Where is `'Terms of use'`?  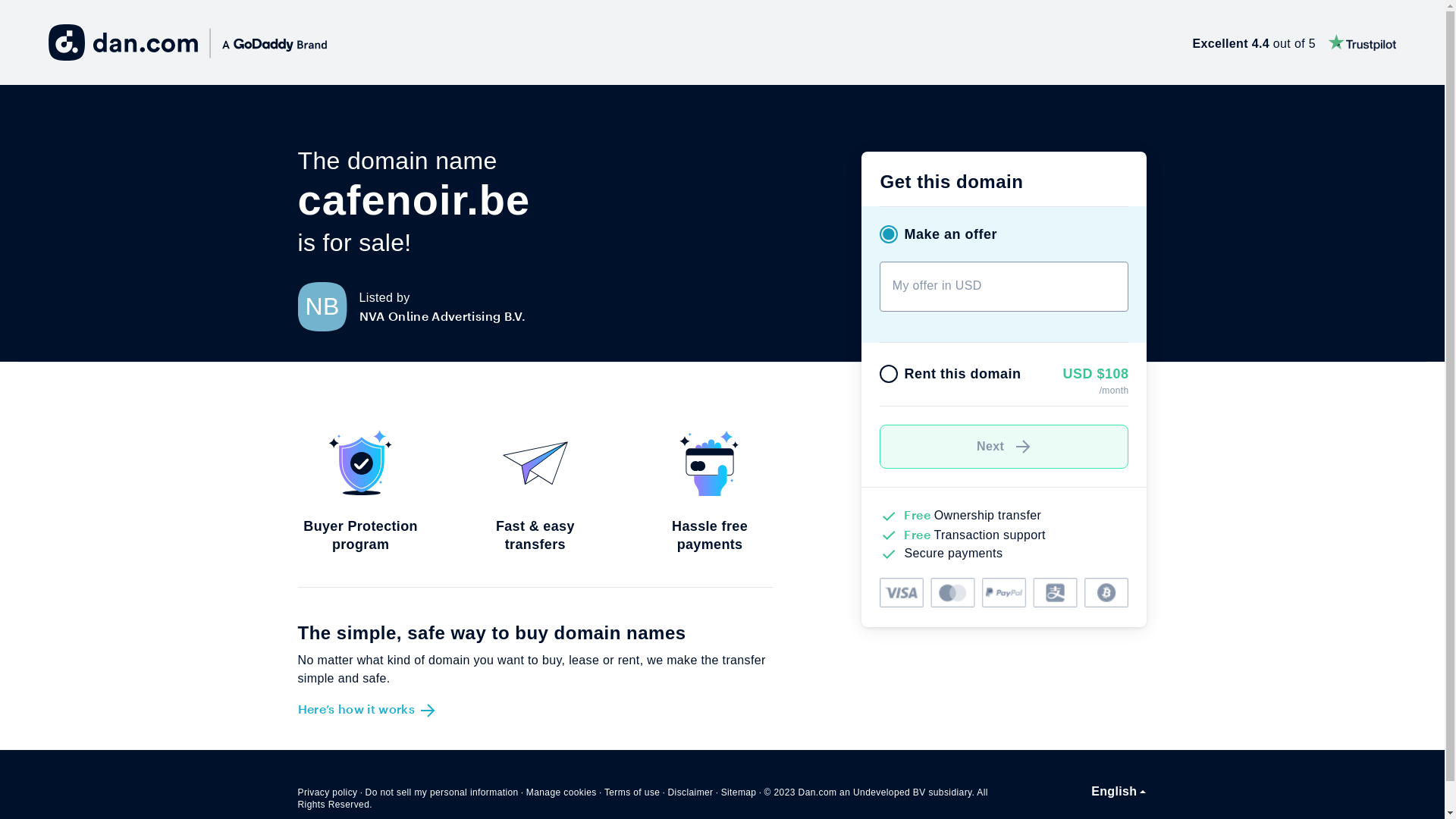
'Terms of use' is located at coordinates (632, 792).